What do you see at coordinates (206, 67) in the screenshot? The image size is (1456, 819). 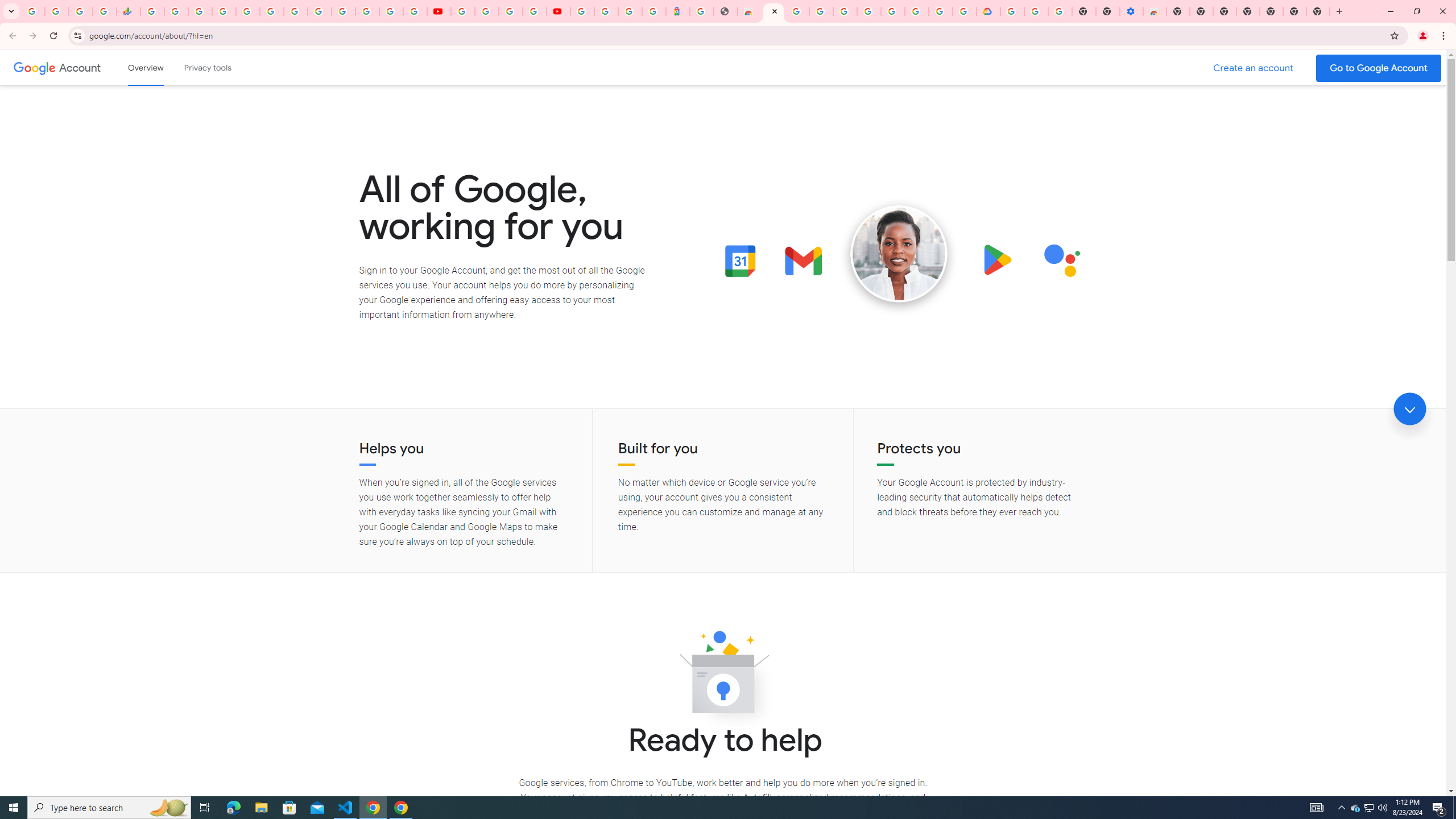 I see `'Privacy tools'` at bounding box center [206, 67].